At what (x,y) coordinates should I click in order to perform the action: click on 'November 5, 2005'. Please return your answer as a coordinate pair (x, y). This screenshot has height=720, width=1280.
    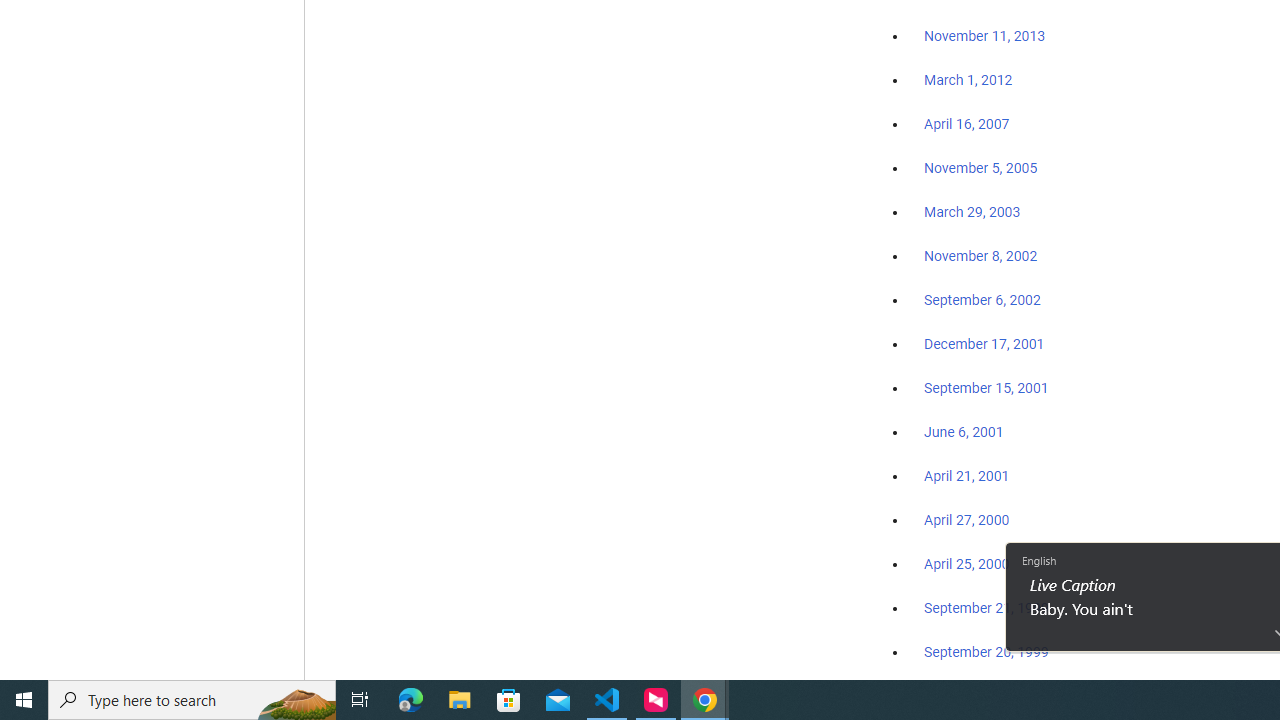
    Looking at the image, I should click on (981, 167).